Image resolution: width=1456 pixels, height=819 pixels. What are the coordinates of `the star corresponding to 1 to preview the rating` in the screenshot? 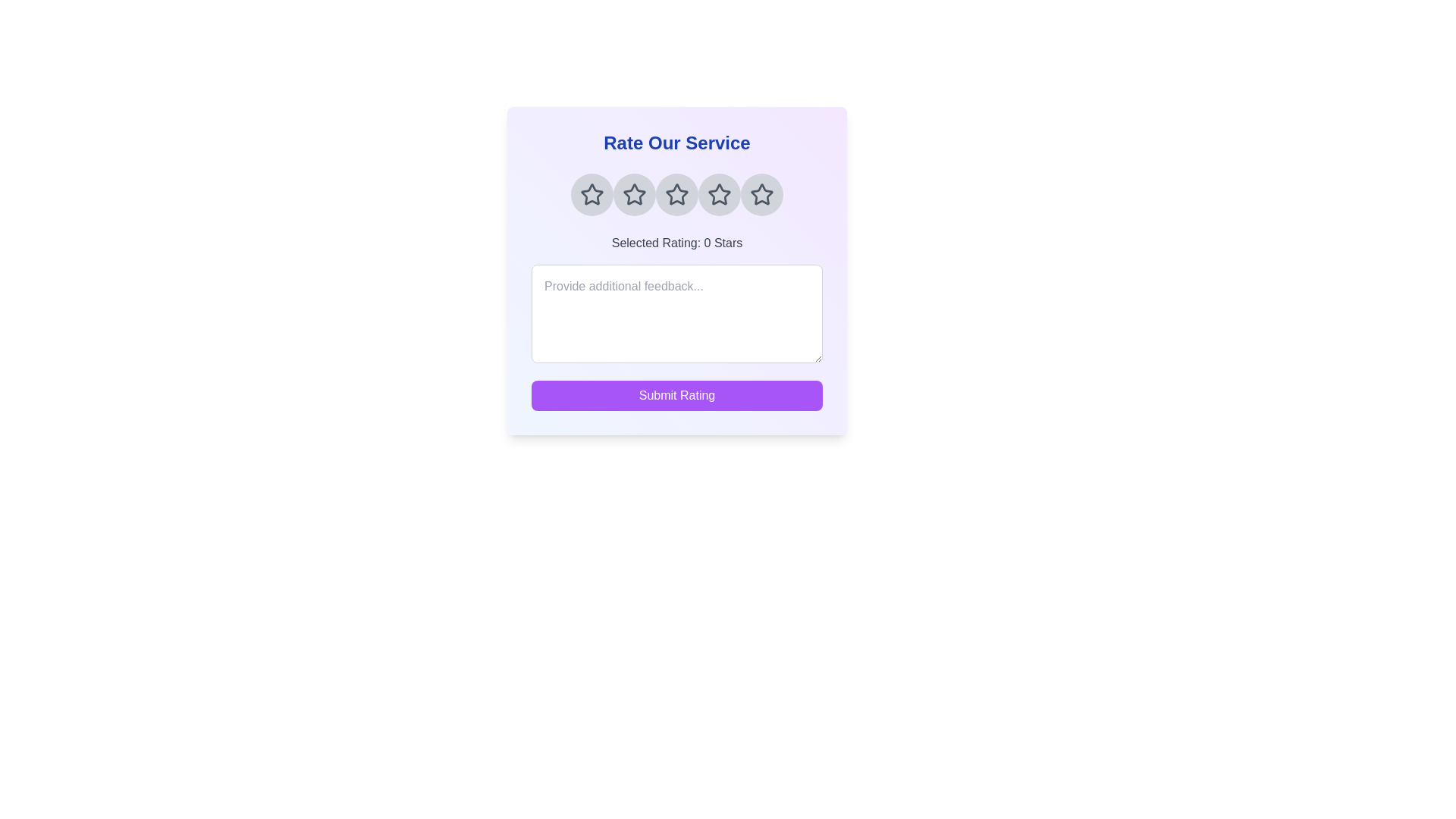 It's located at (591, 194).